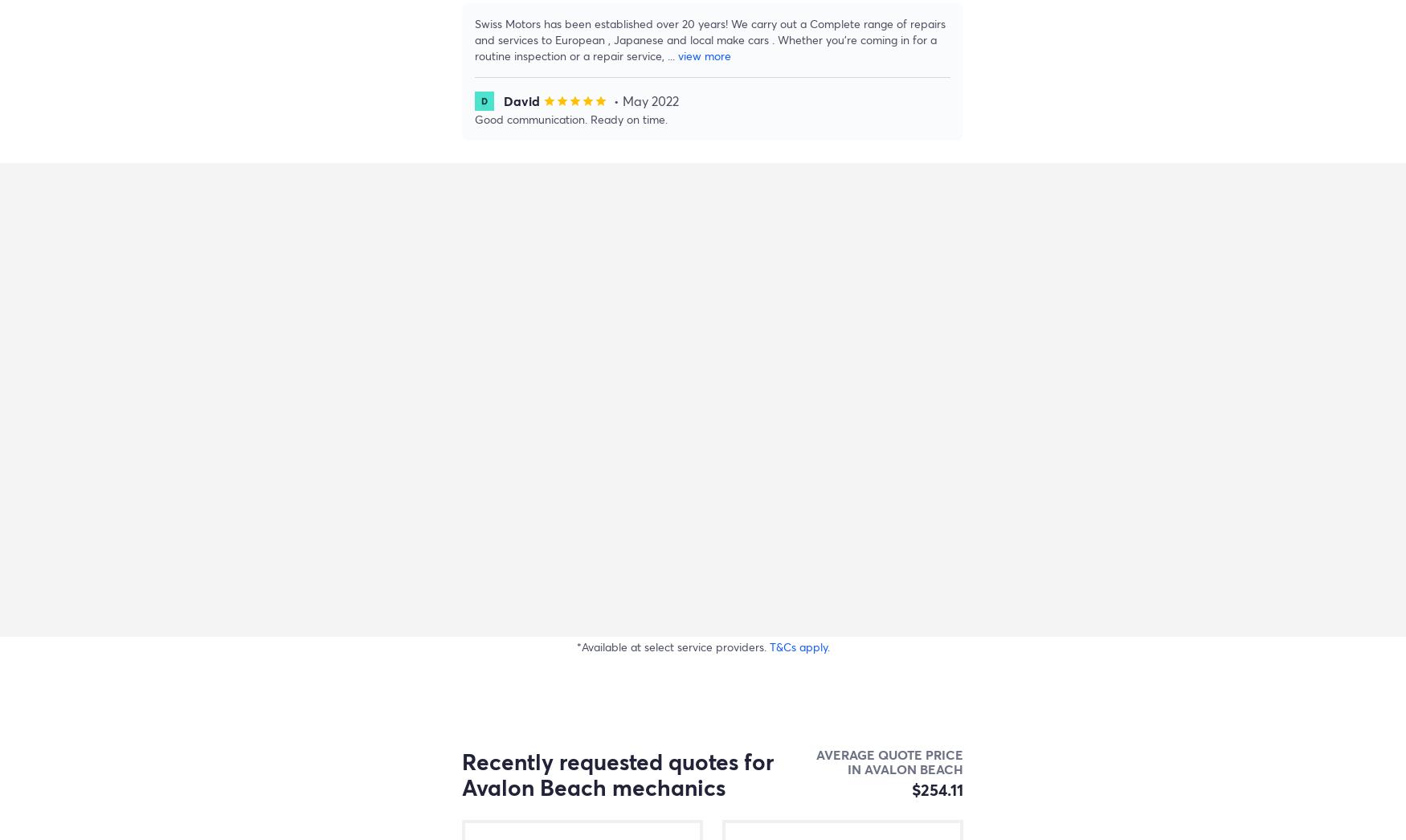 The width and height of the screenshot is (1406, 840). What do you see at coordinates (937, 789) in the screenshot?
I see `'$254.11'` at bounding box center [937, 789].